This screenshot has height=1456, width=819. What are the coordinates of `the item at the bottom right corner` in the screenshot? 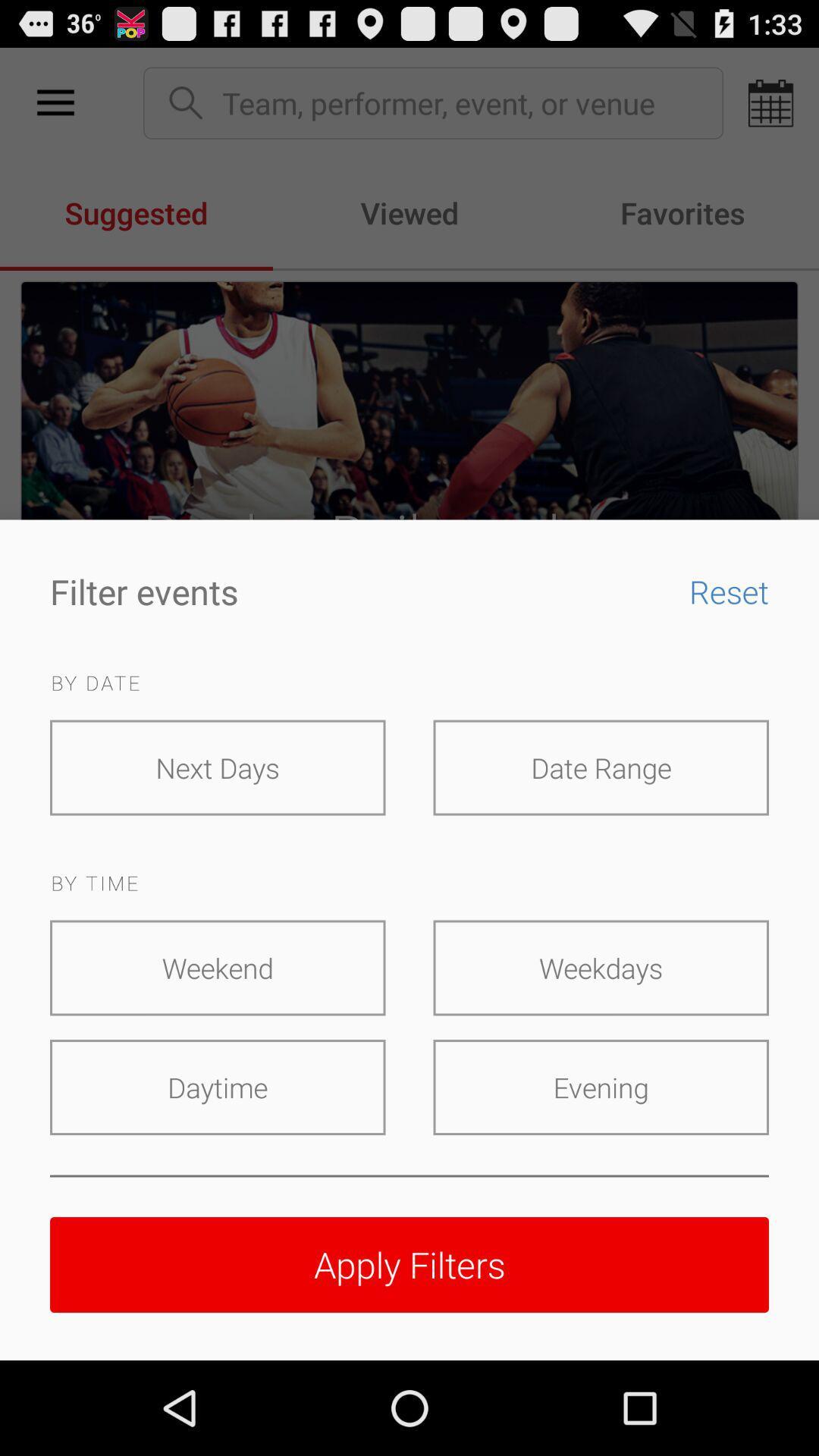 It's located at (600, 1087).